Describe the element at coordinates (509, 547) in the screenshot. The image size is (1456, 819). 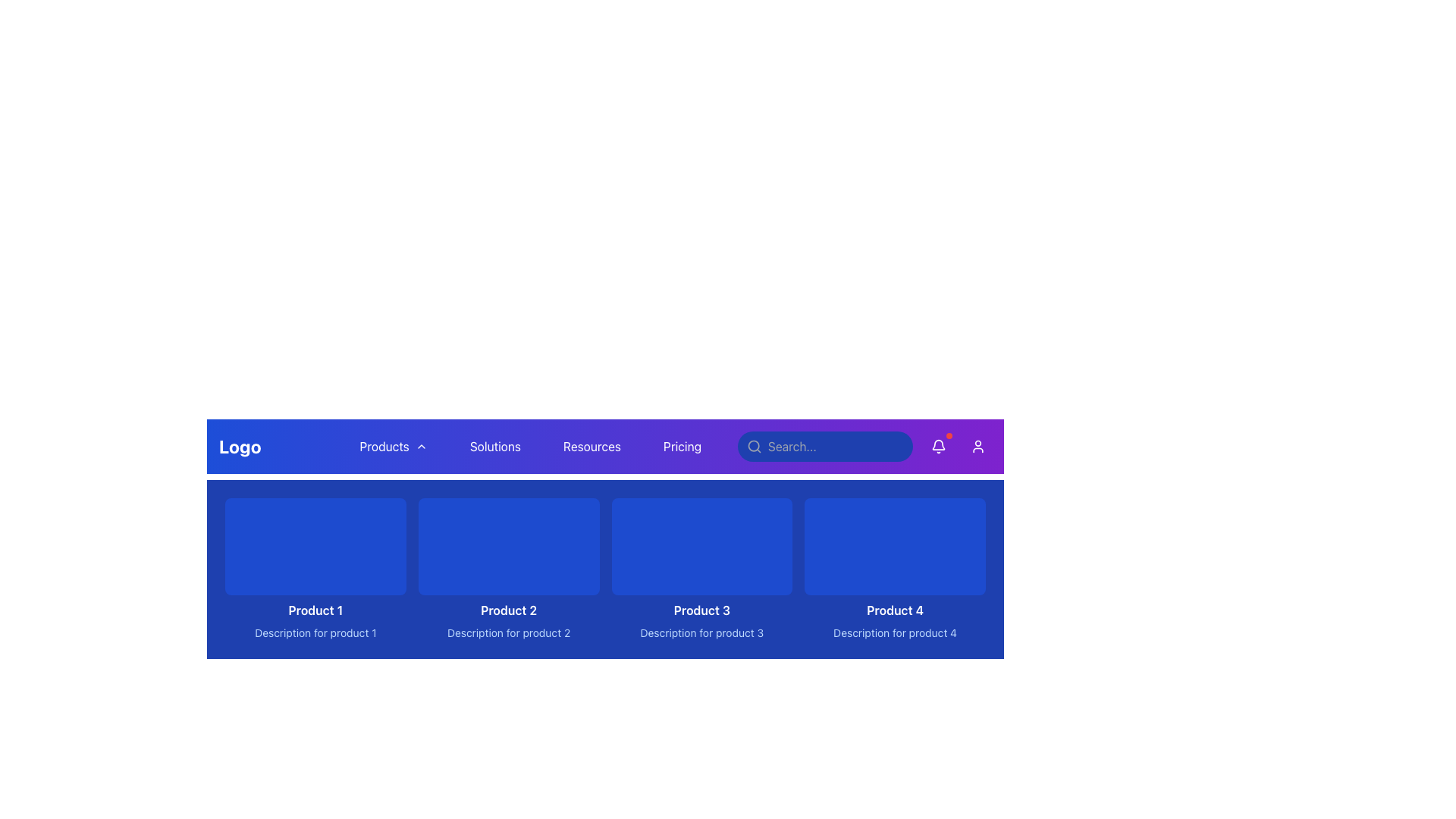
I see `the decorative loading placeholder for product image in the grid layout, specifically the second item under 'Product 2'` at that location.